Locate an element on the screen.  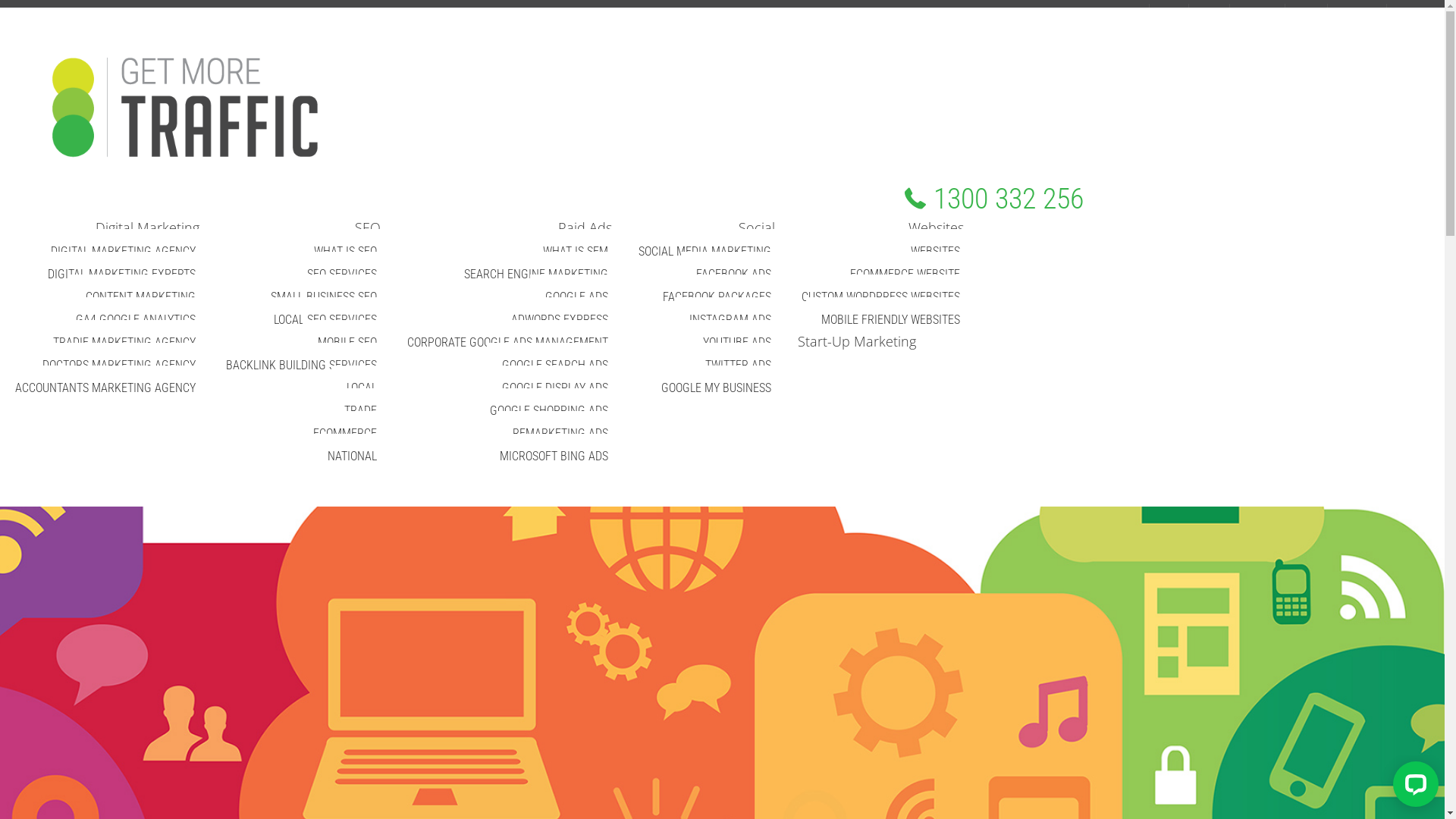
'CORPORATE GOOGLE ADS MANAGEMENT' is located at coordinates (507, 342).